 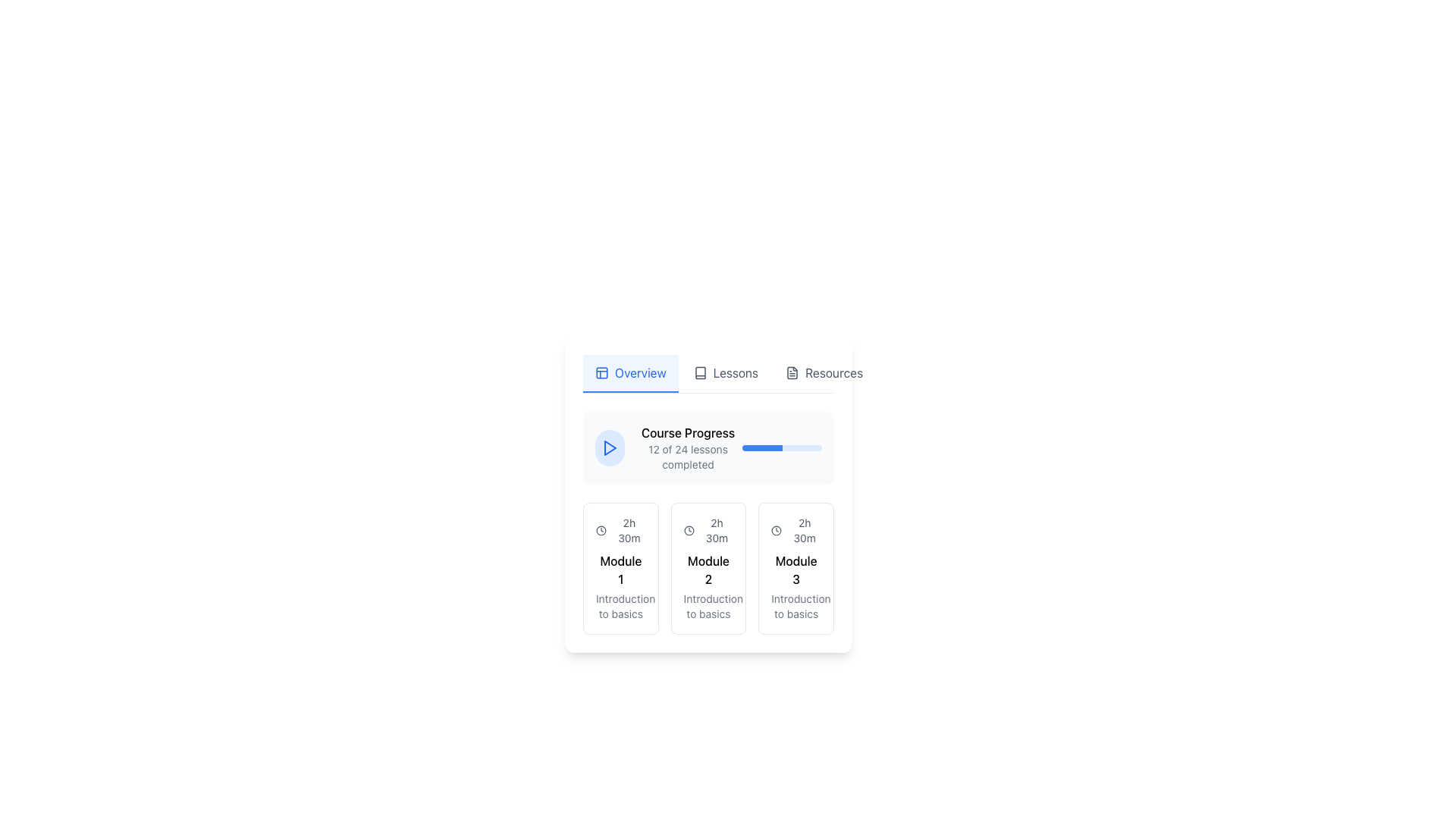 I want to click on decorative or informative clock icon located in the lower section of the 'Module 3' card, specifically in the third column from the left among similar icons, so click(x=777, y=529).